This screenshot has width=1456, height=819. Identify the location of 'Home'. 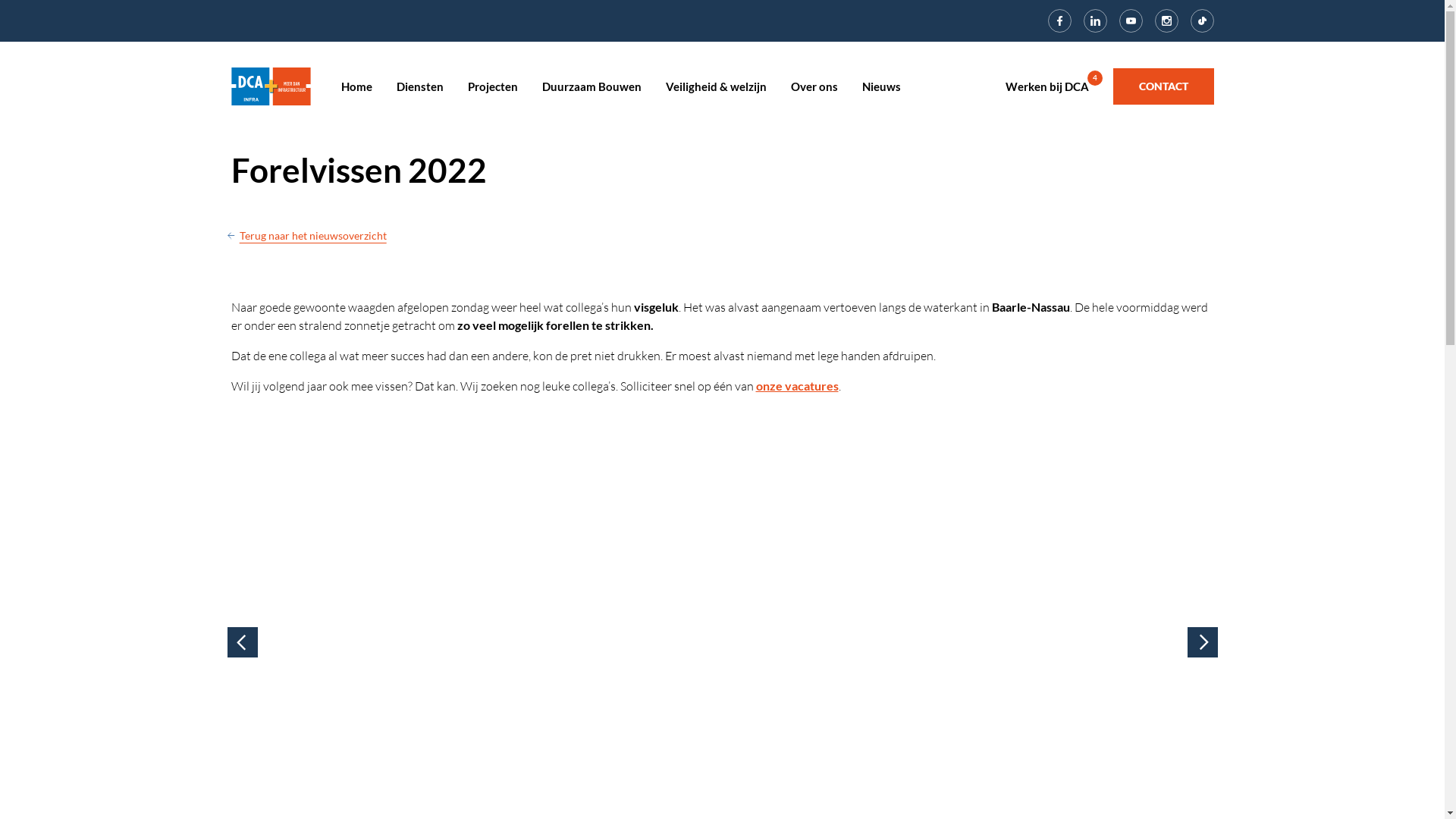
(270, 84).